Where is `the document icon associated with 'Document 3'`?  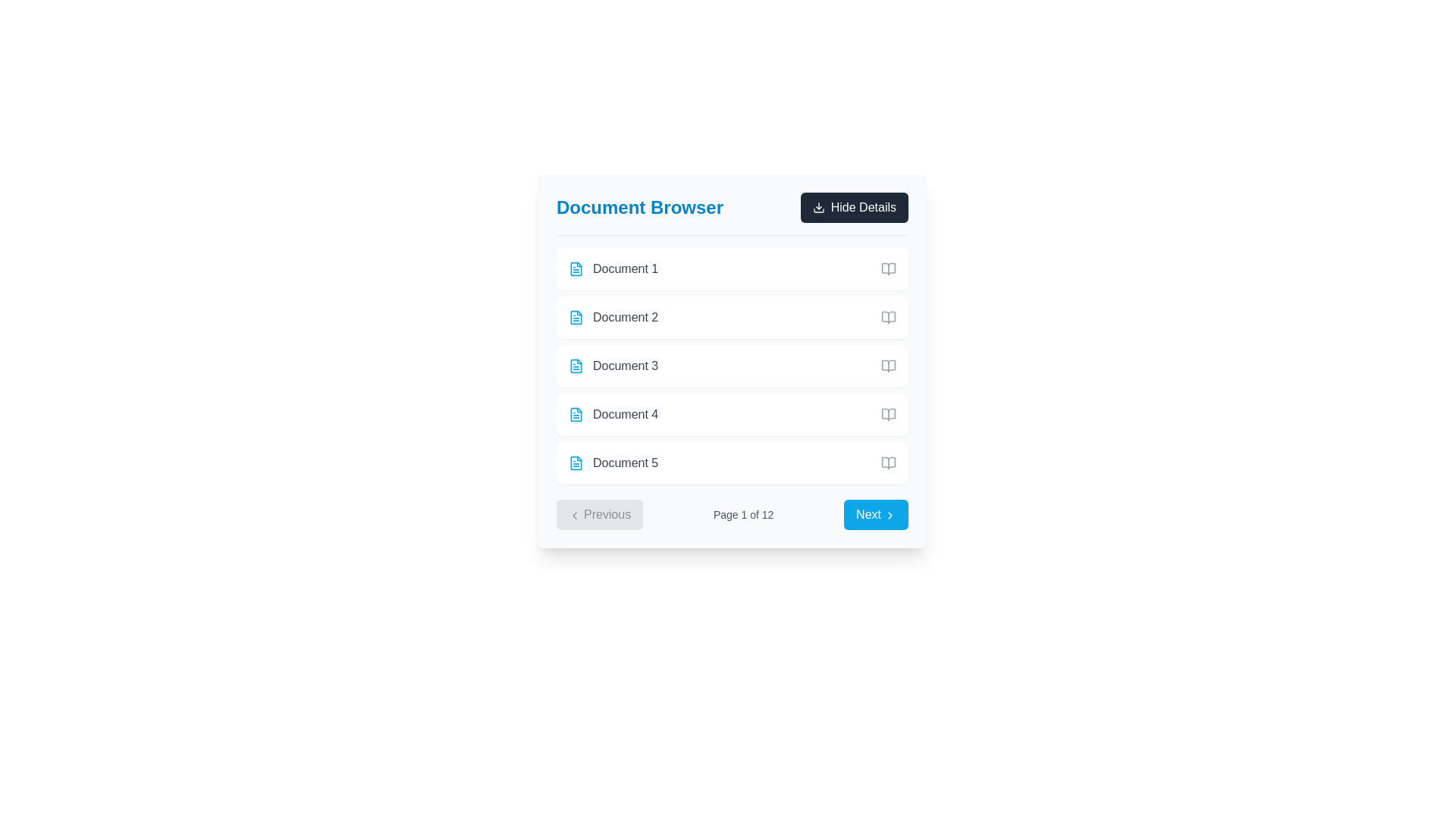
the document icon associated with 'Document 3' is located at coordinates (575, 366).